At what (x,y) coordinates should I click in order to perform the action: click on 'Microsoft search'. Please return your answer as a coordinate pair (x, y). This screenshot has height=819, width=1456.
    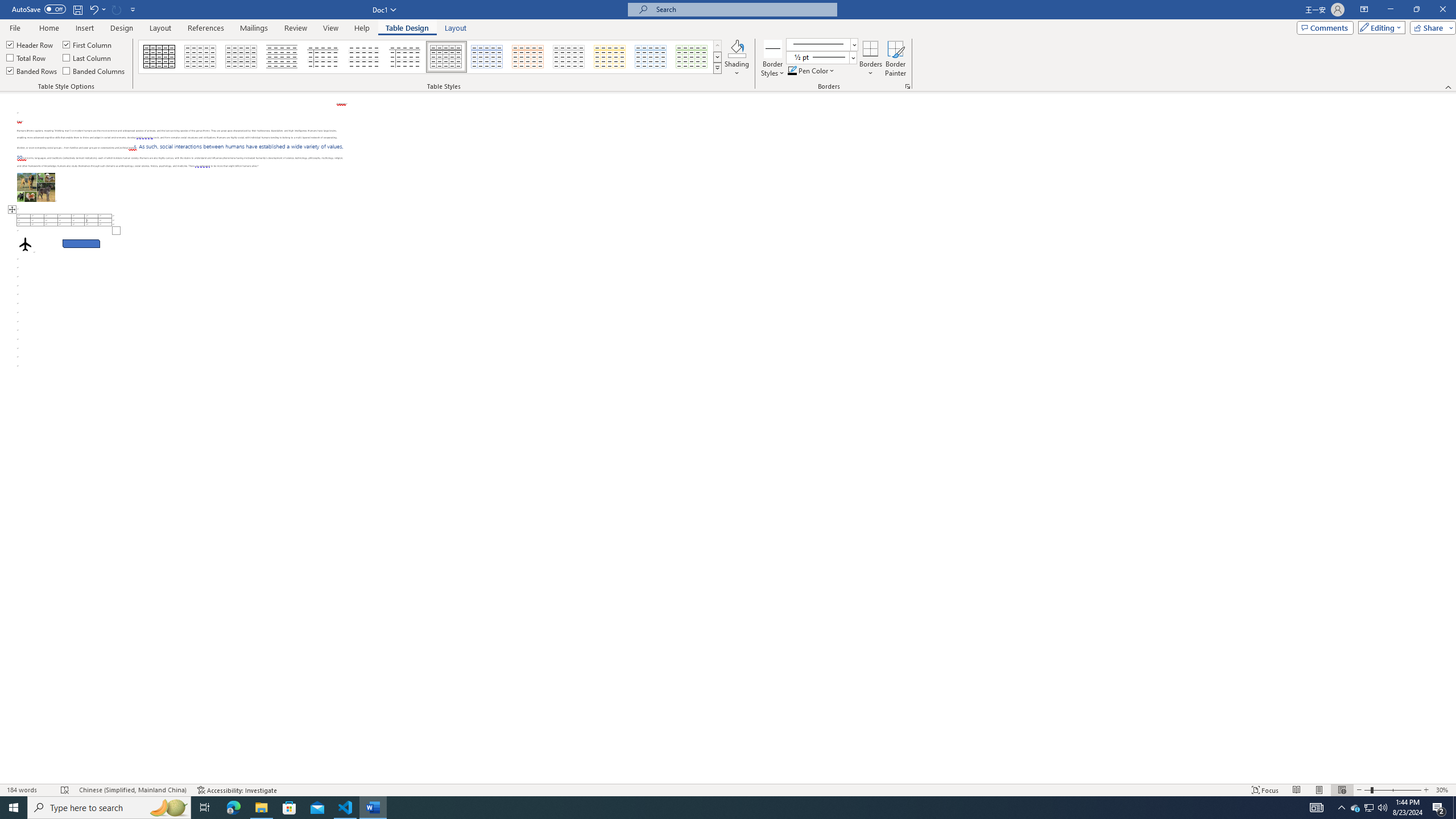
    Looking at the image, I should click on (742, 9).